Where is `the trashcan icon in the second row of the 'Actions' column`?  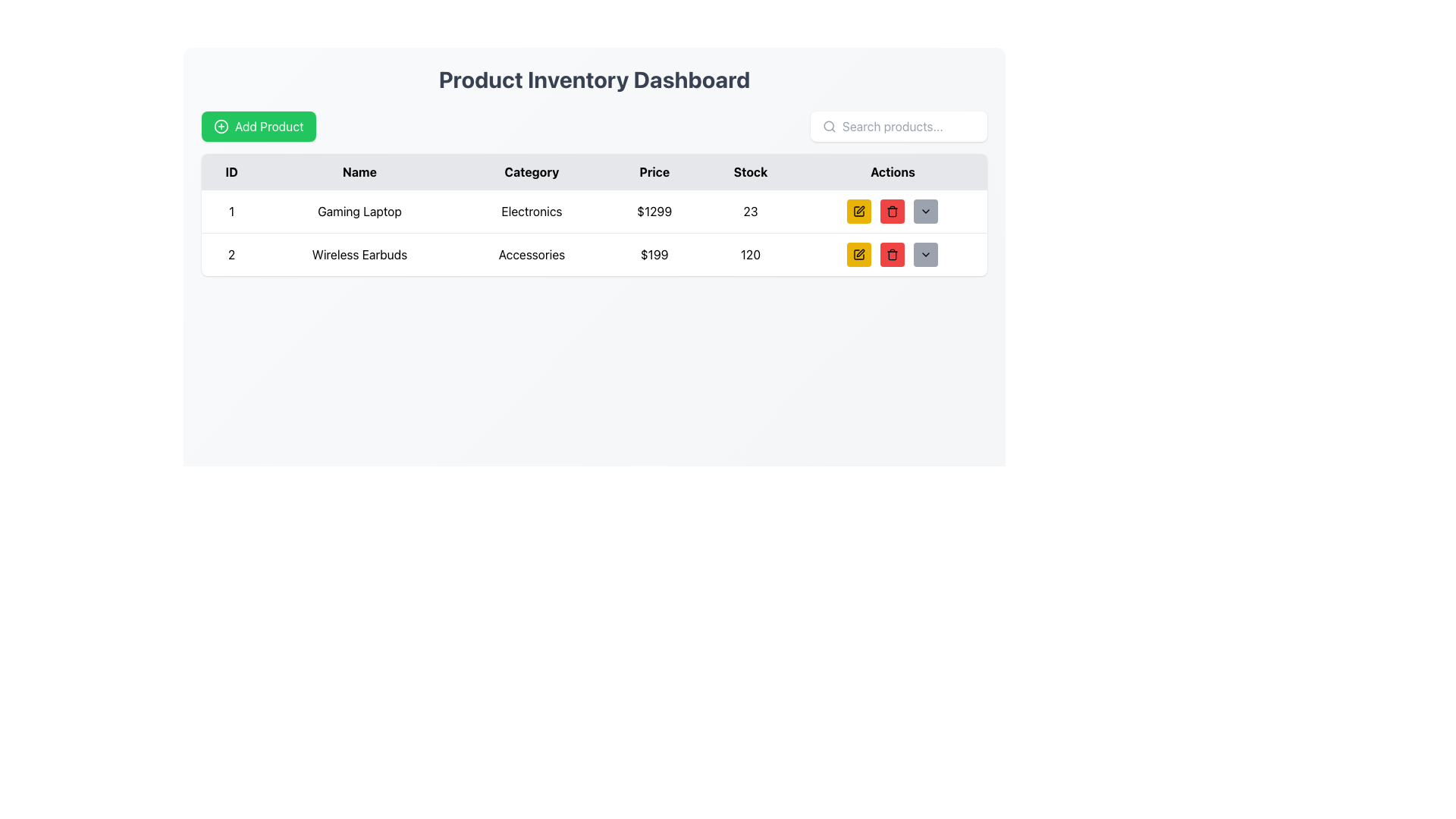 the trashcan icon in the second row of the 'Actions' column is located at coordinates (893, 211).